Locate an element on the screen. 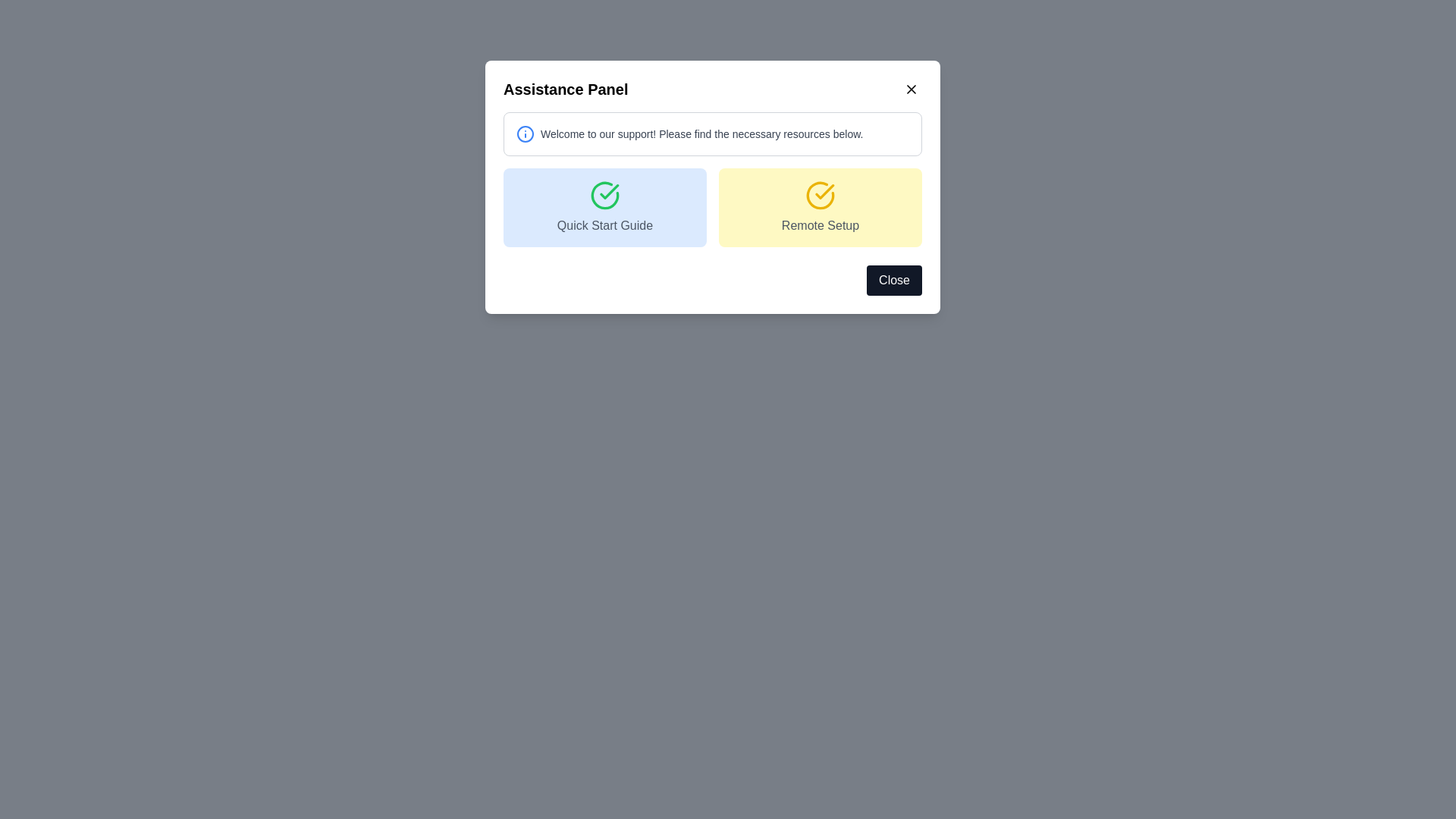  the visual cue provided by the checkmark icon, which indicates completion or confirmation within the interactive component in the modal interface is located at coordinates (824, 191).